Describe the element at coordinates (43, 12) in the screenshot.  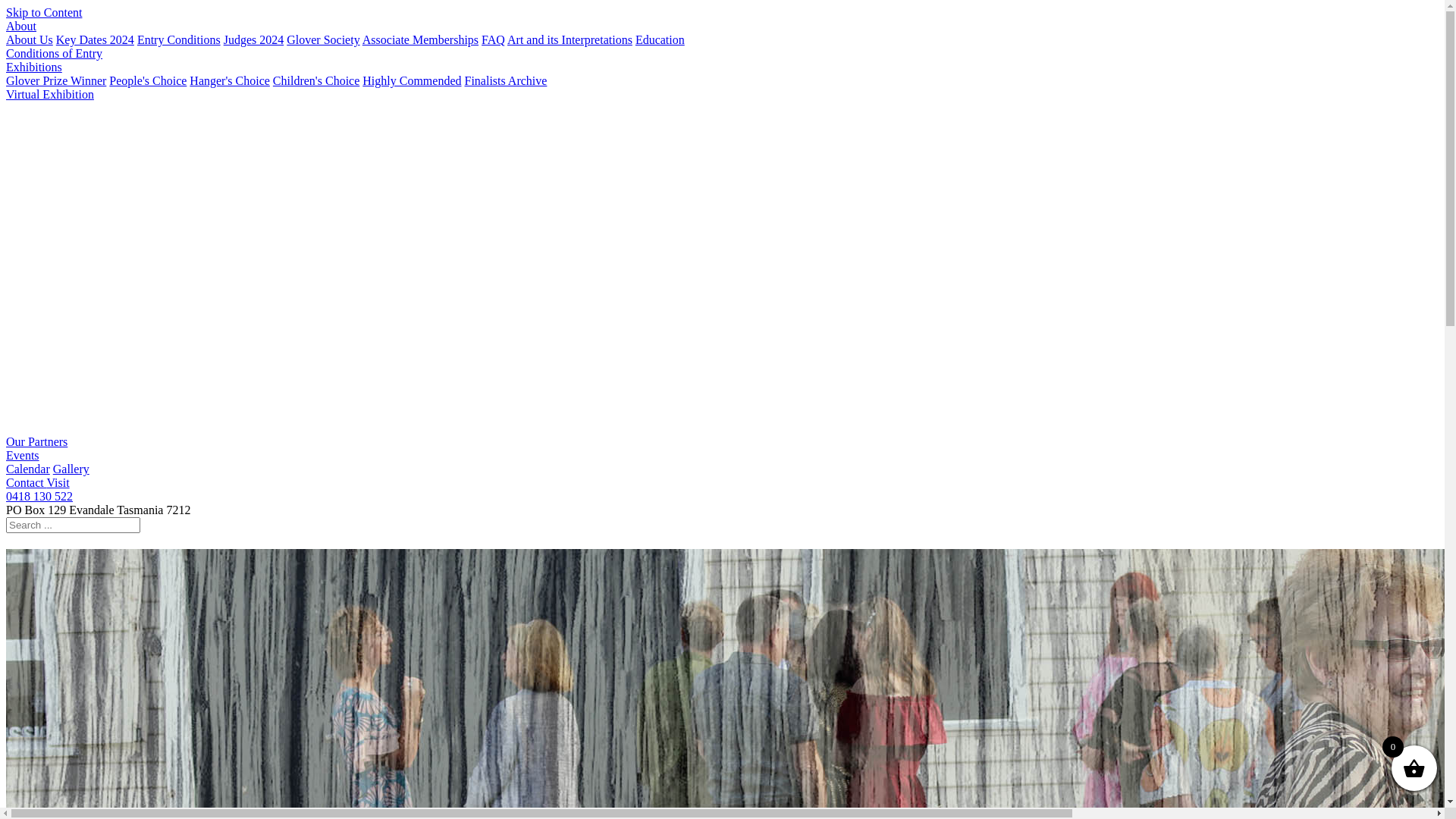
I see `'Skip to Content'` at that location.